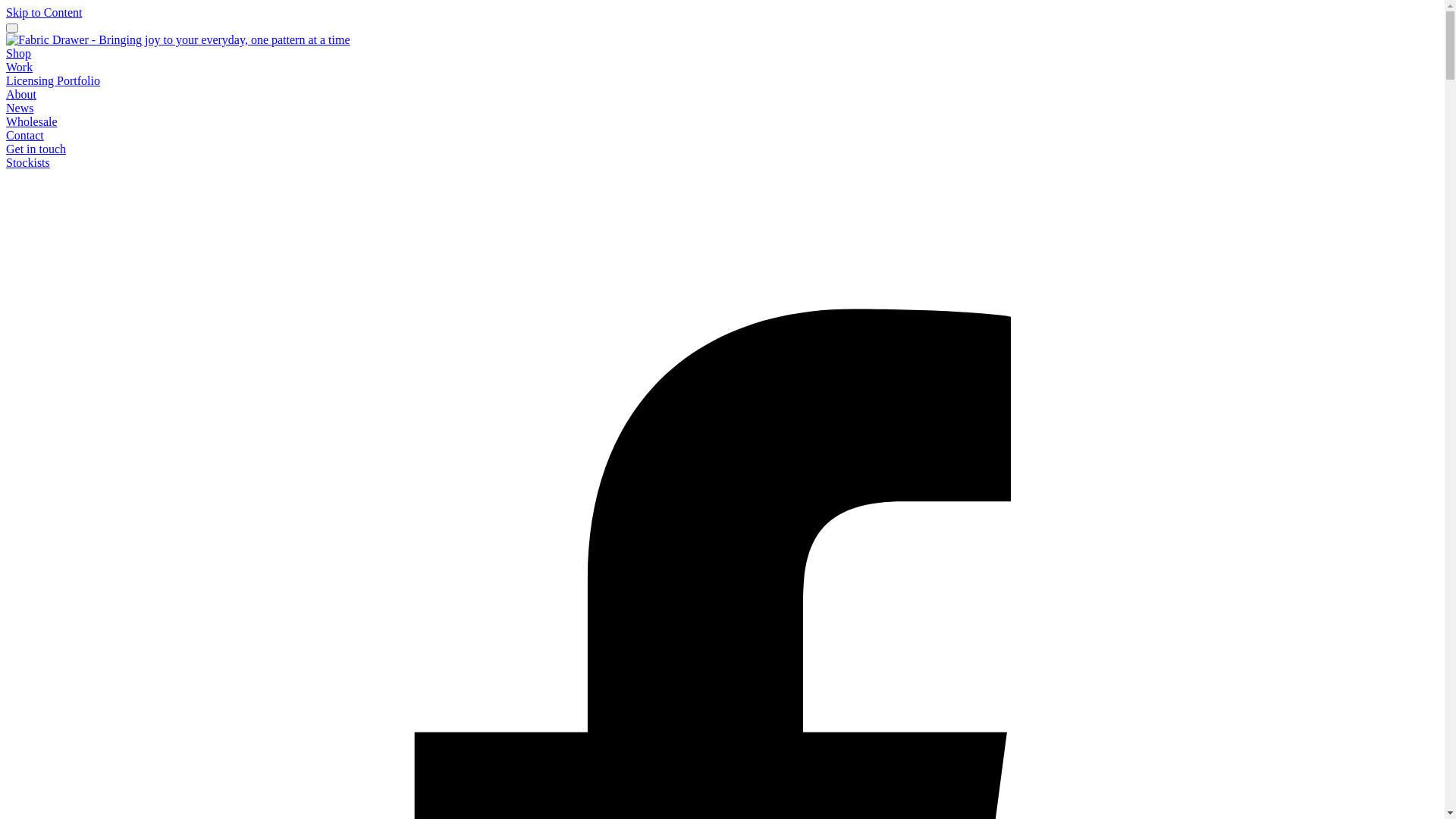 The image size is (1456, 819). Describe the element at coordinates (32, 121) in the screenshot. I see `'Wholesale'` at that location.